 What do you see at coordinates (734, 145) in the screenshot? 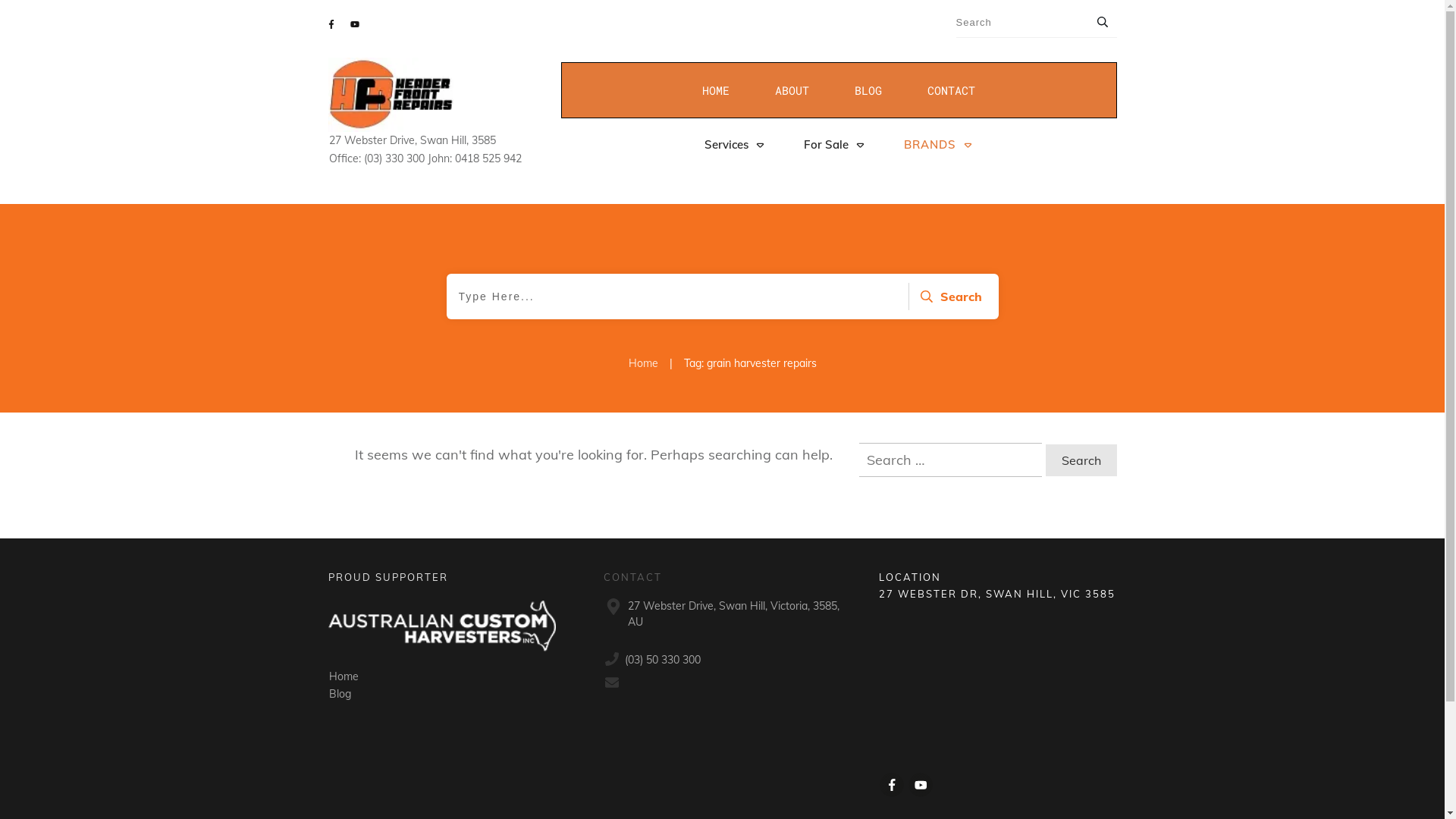
I see `'Services'` at bounding box center [734, 145].